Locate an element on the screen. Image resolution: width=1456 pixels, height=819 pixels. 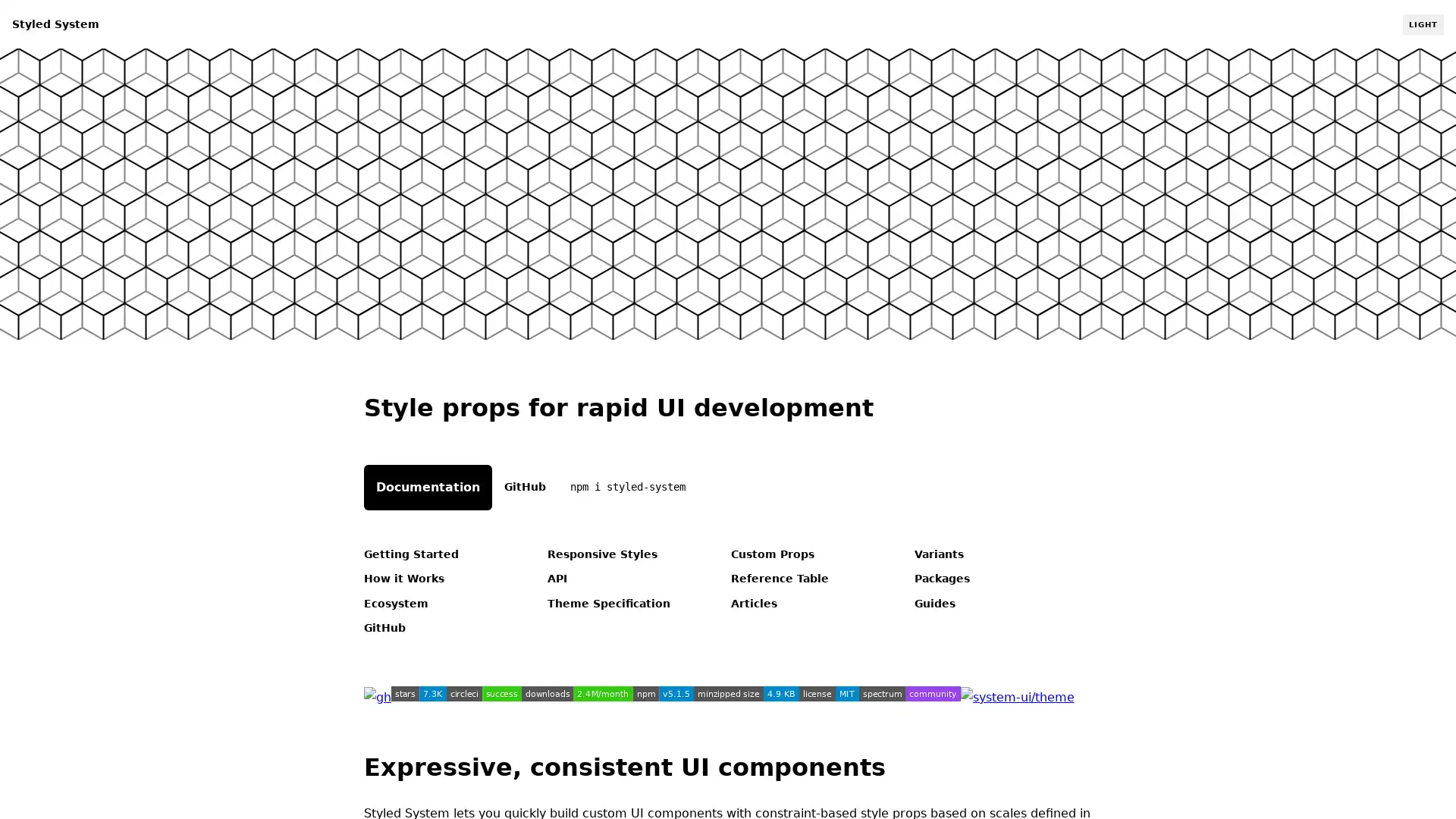
LIGHT is located at coordinates (1422, 24).